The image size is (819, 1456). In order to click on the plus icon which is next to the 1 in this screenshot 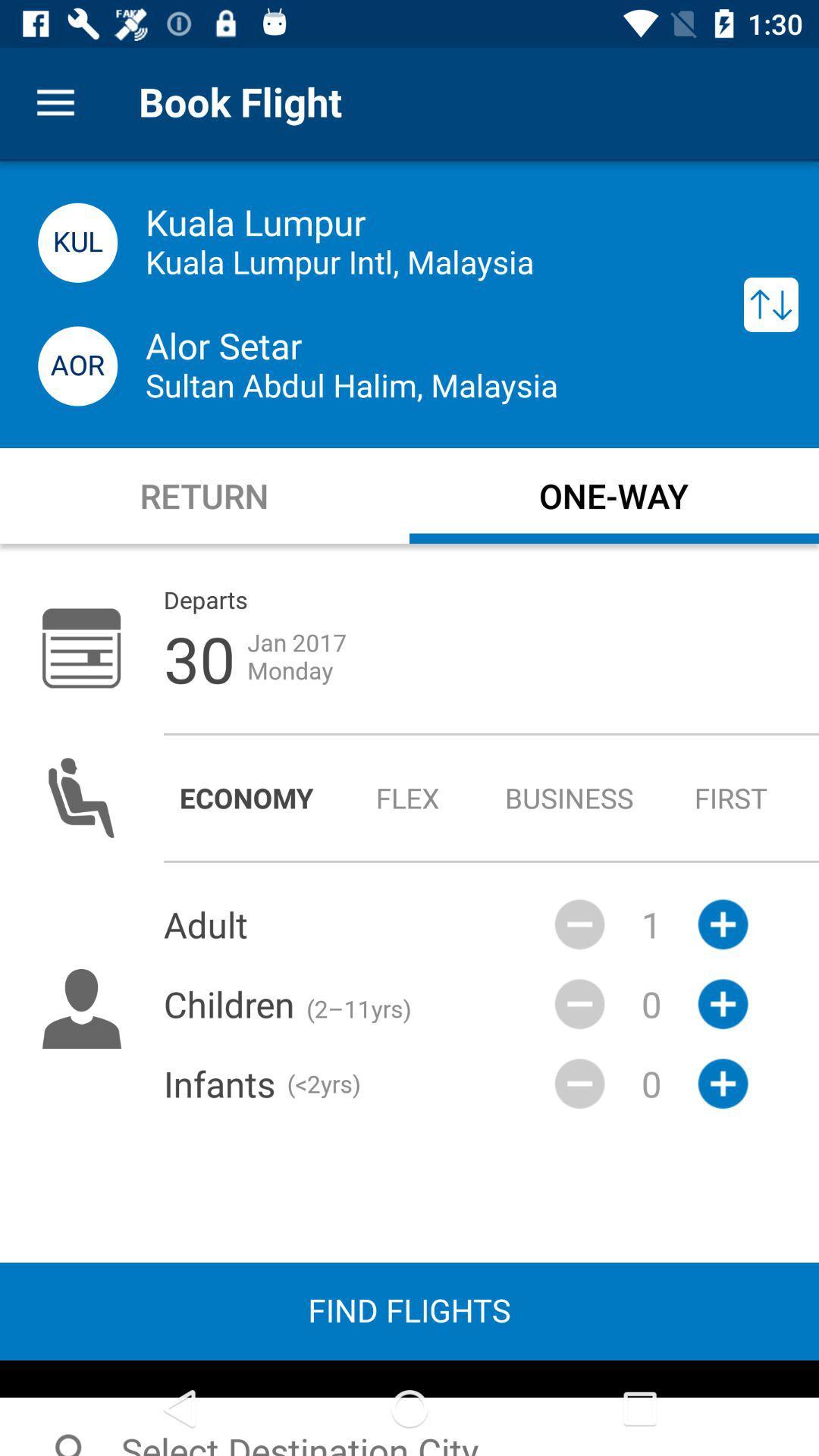, I will do `click(722, 924)`.